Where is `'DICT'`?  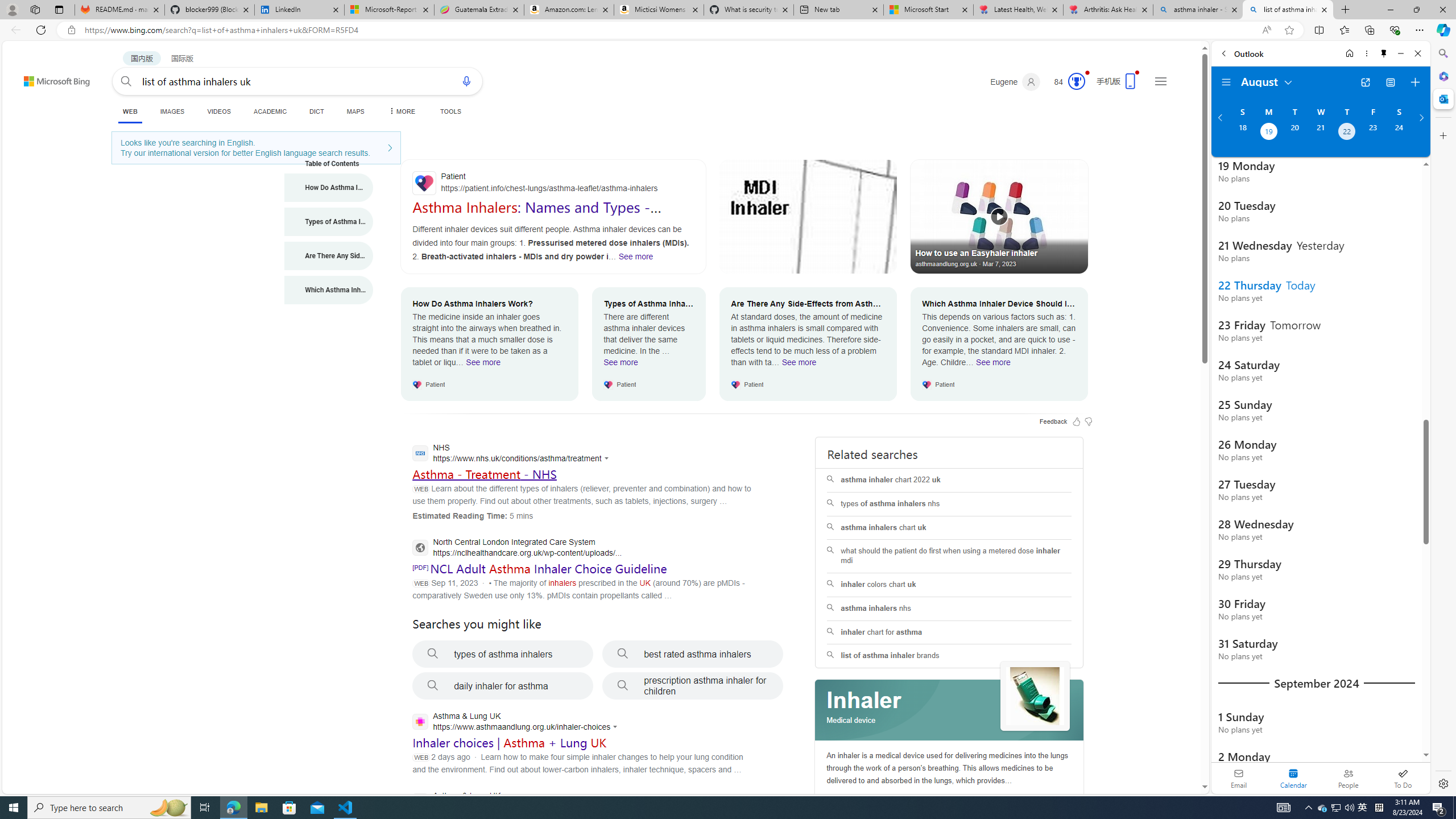
'DICT' is located at coordinates (316, 111).